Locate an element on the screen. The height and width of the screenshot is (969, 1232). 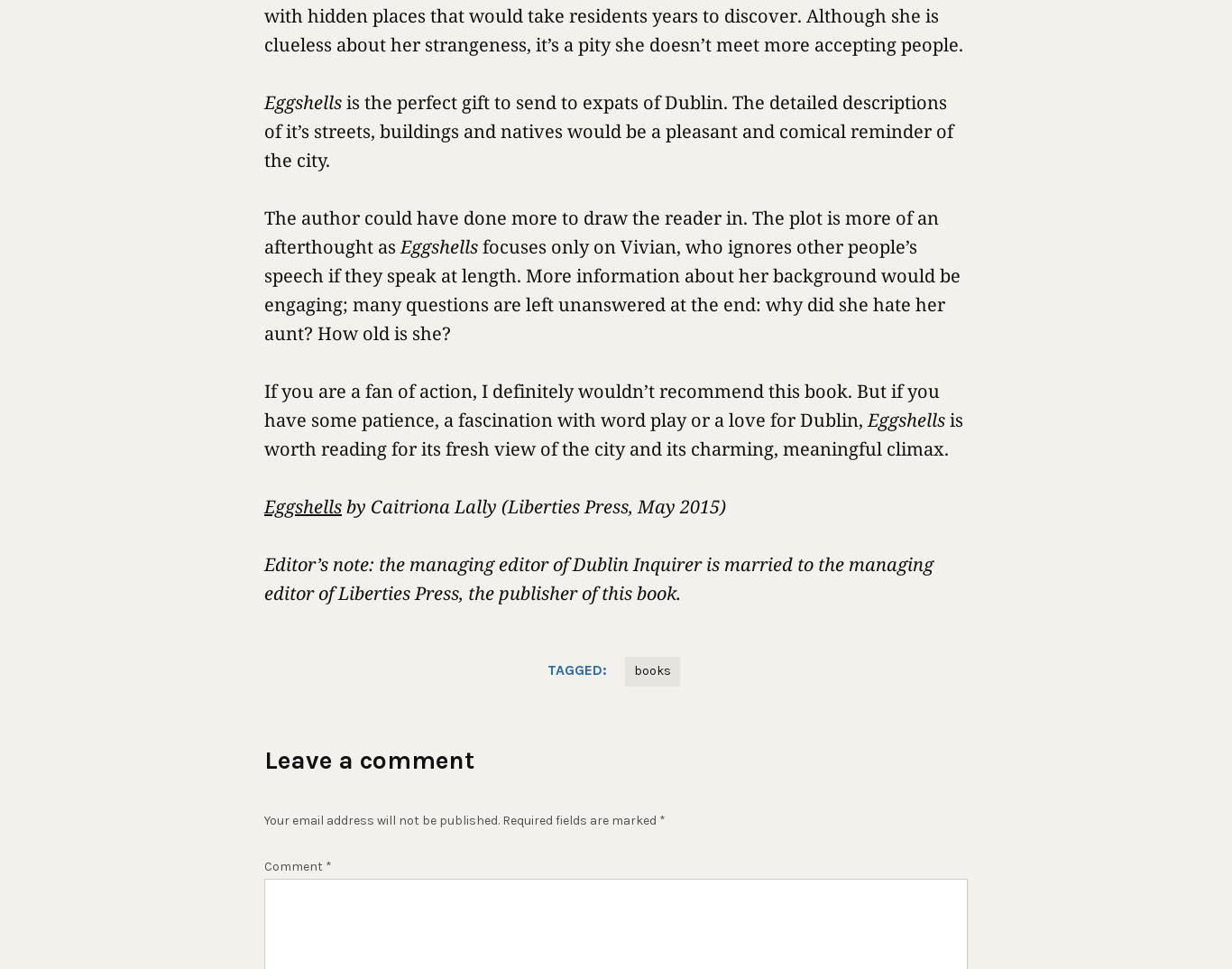
'Tagged:' is located at coordinates (575, 669).